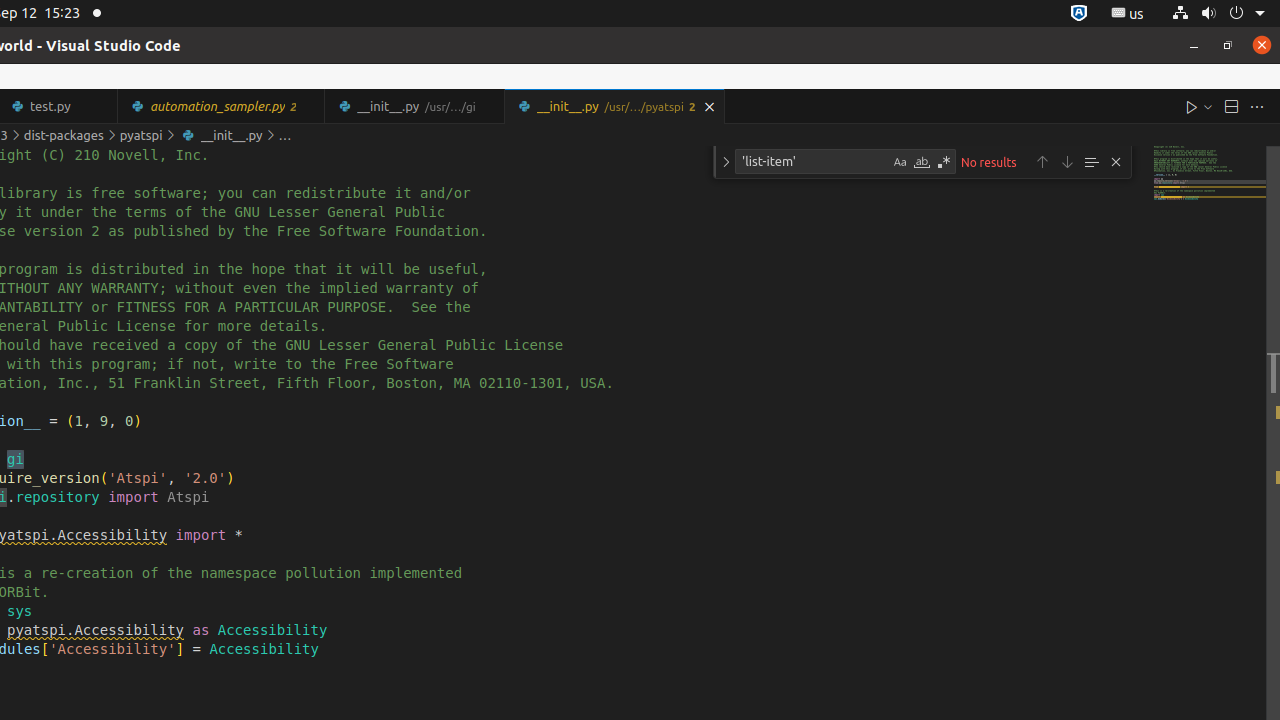 This screenshot has height=720, width=1280. What do you see at coordinates (898, 161) in the screenshot?
I see `'Match Case (Alt+C)'` at bounding box center [898, 161].